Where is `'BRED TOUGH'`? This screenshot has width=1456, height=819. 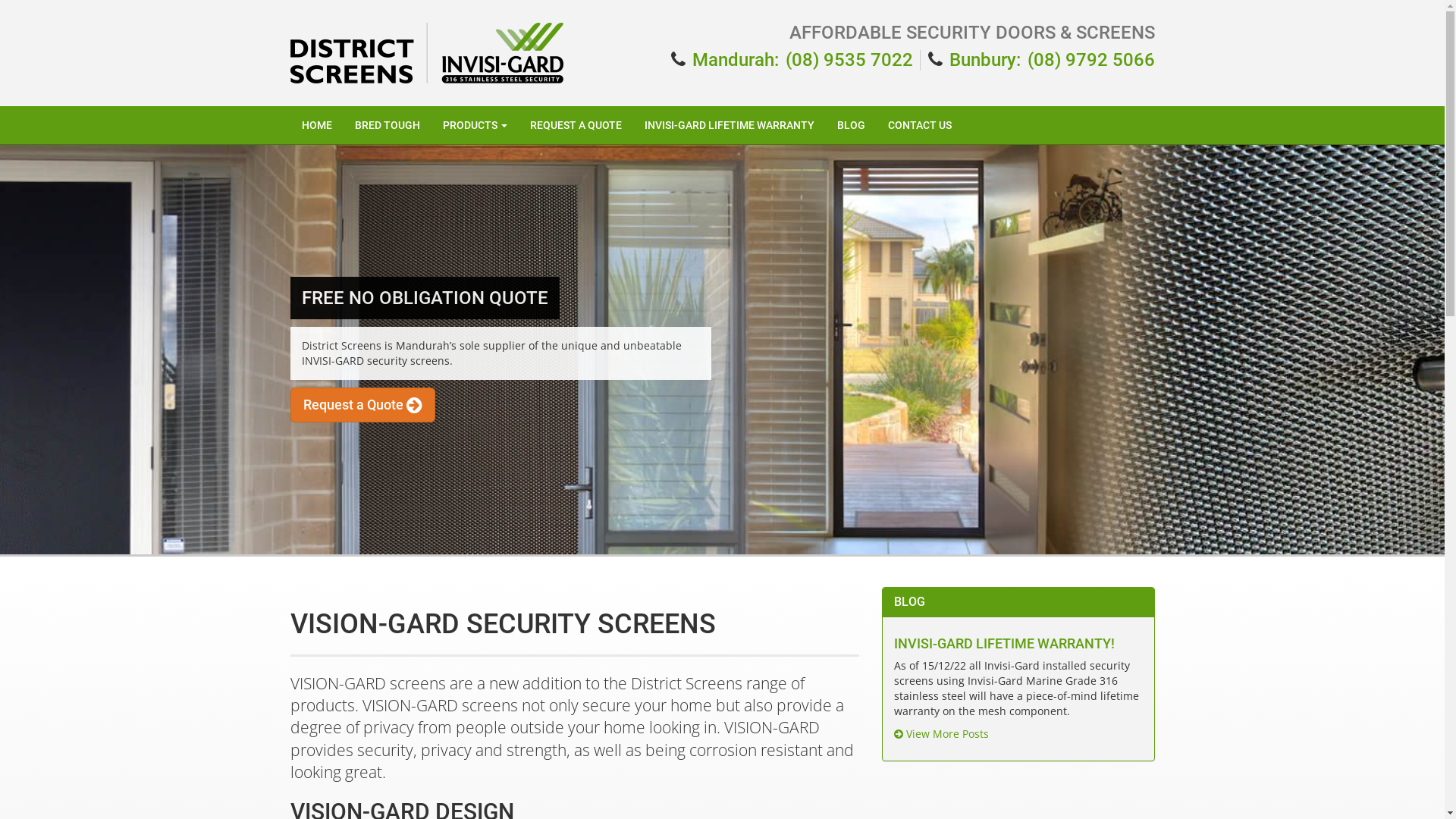
'BRED TOUGH' is located at coordinates (386, 124).